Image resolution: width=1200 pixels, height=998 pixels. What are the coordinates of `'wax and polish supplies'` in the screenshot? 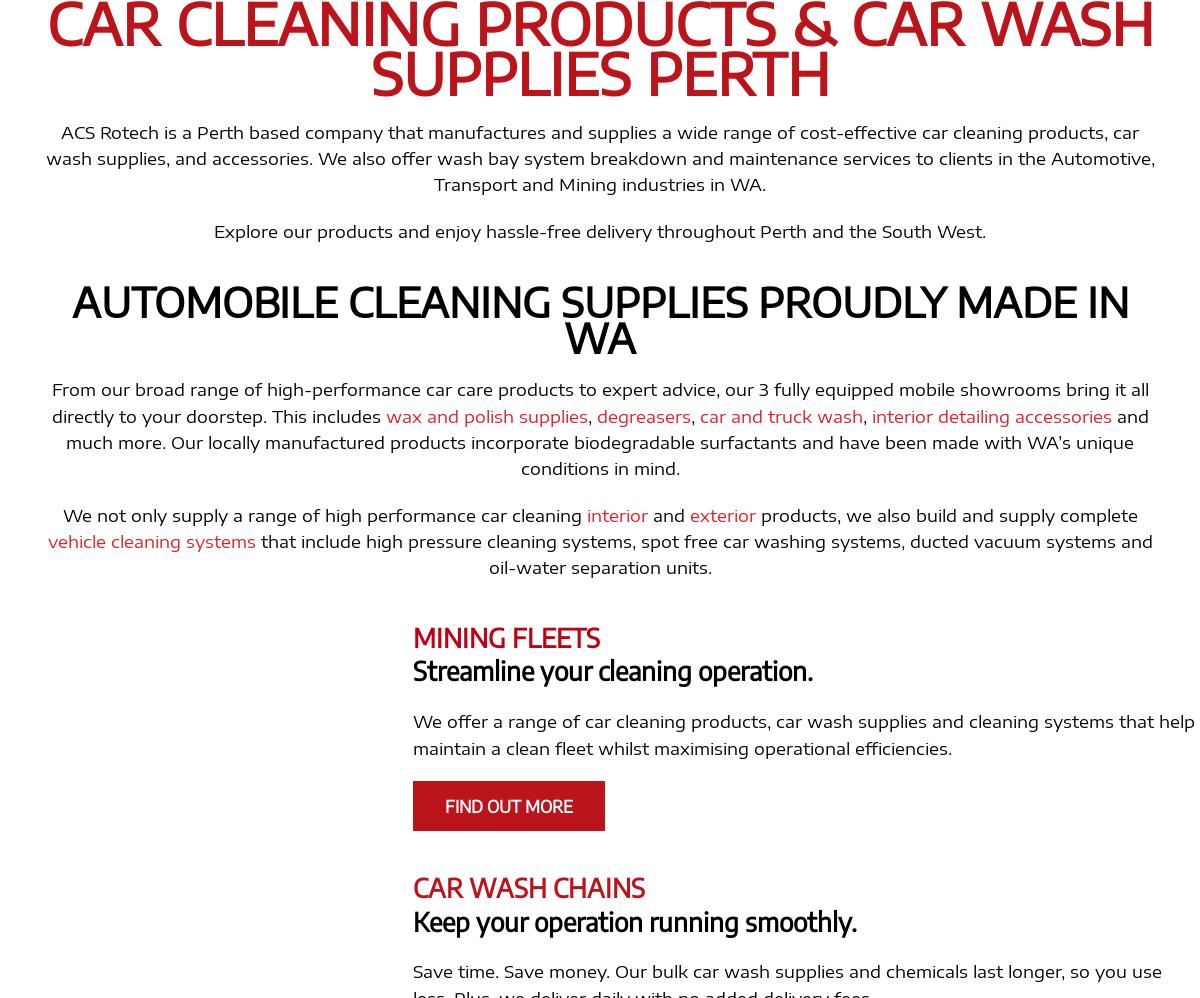 It's located at (485, 414).